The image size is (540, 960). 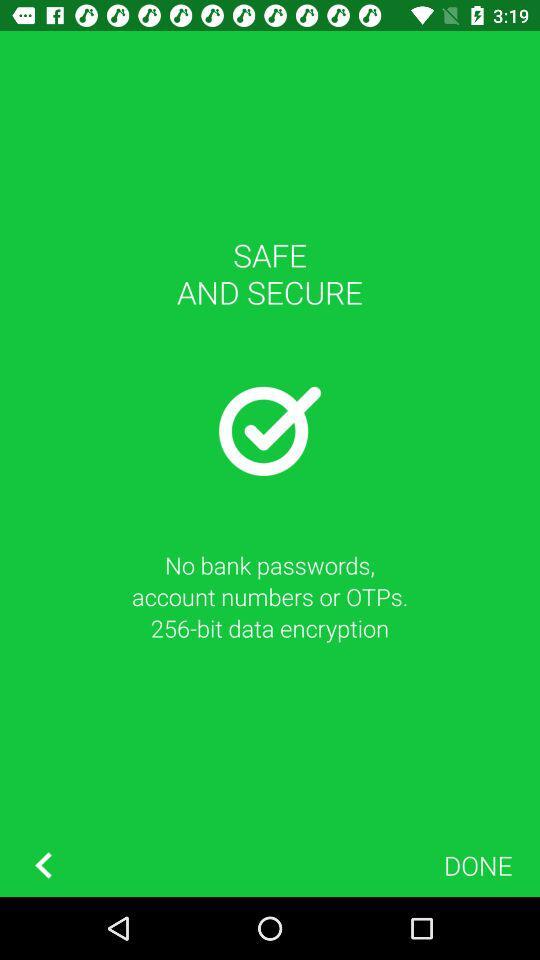 I want to click on the icon to the left of the done icon, so click(x=43, y=864).